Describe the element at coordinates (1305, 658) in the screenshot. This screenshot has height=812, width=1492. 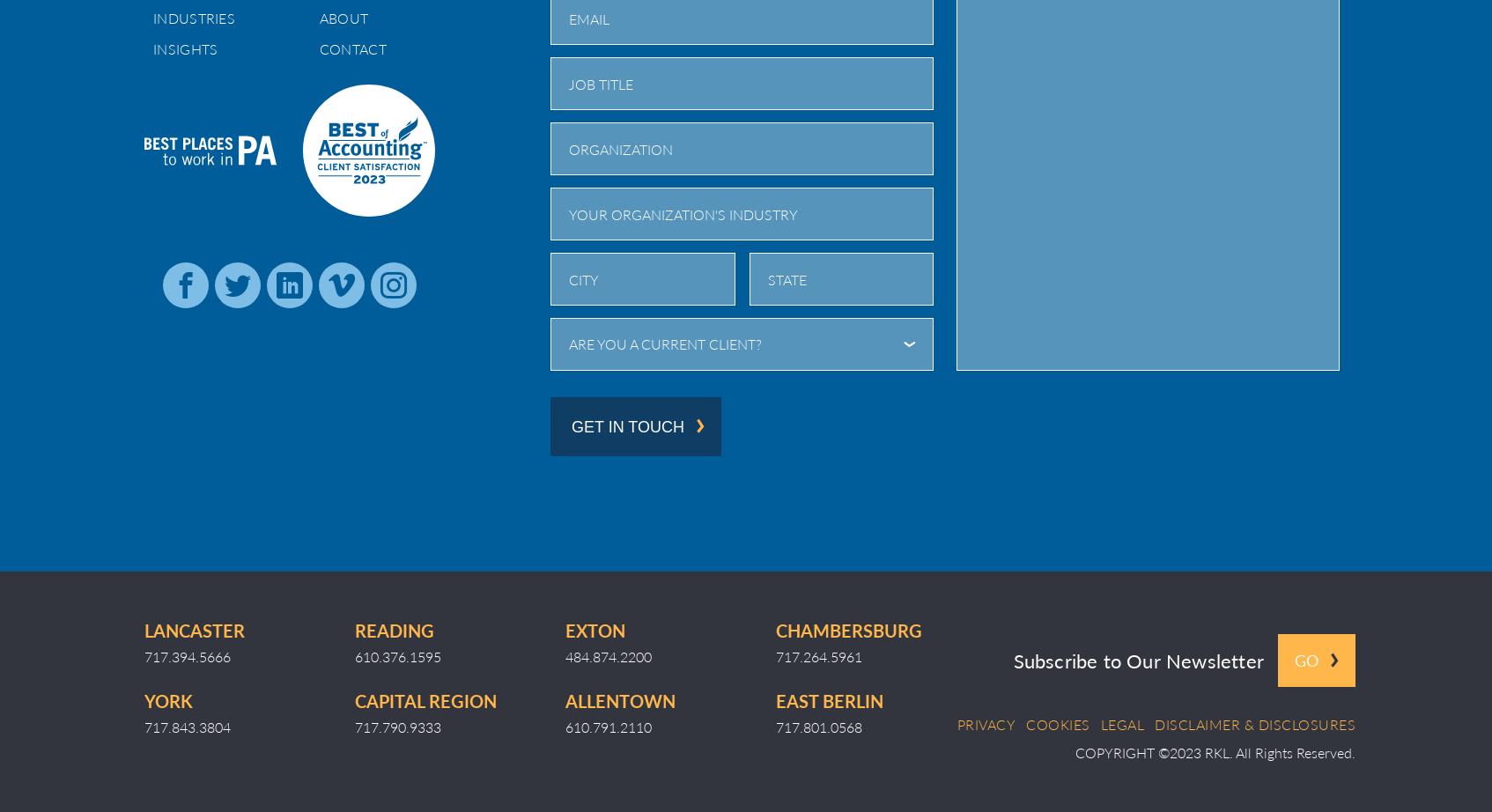
I see `'Go'` at that location.